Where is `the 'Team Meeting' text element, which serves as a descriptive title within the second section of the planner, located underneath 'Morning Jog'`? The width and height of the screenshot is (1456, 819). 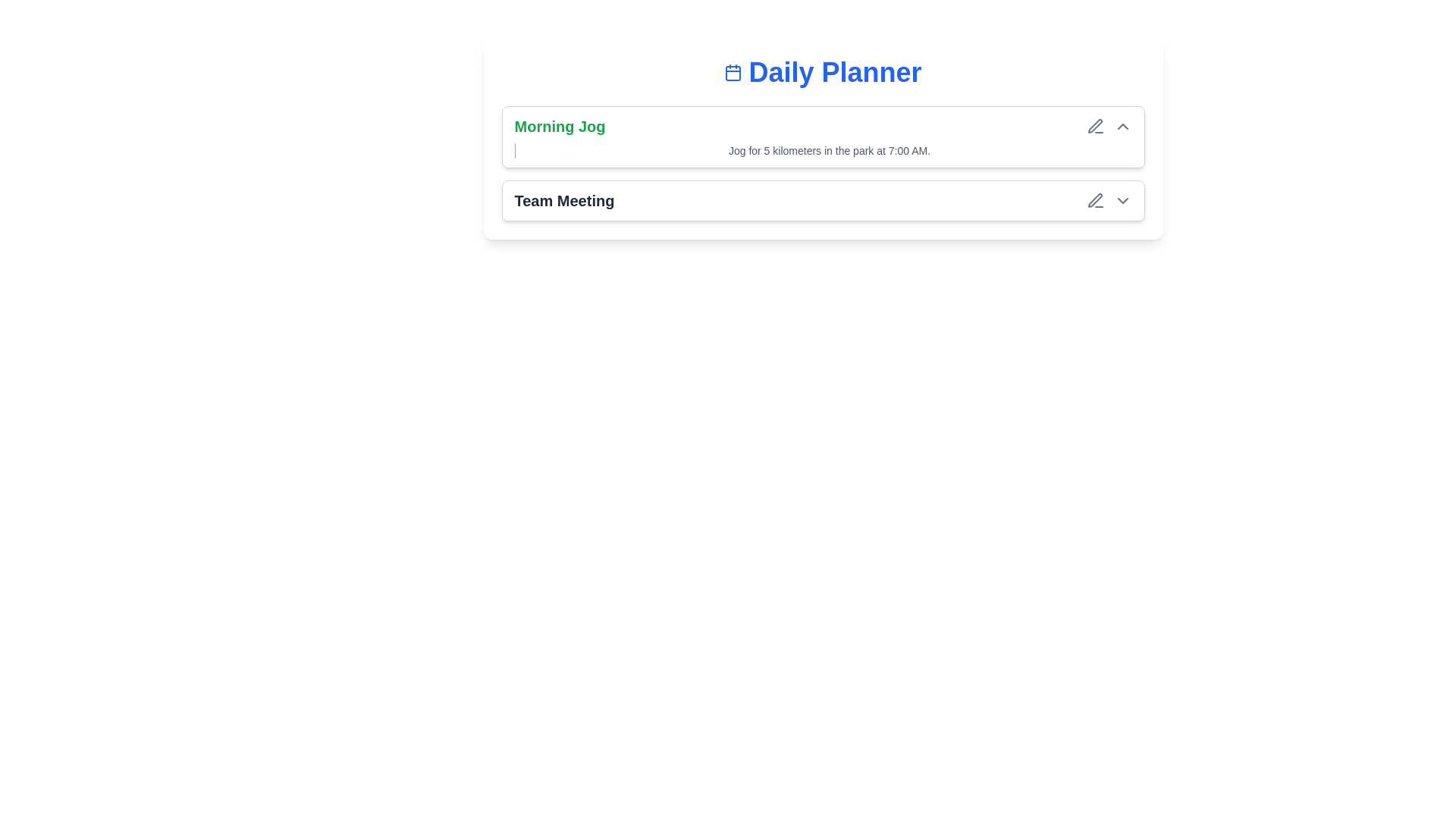 the 'Team Meeting' text element, which serves as a descriptive title within the second section of the planner, located underneath 'Morning Jog' is located at coordinates (563, 200).